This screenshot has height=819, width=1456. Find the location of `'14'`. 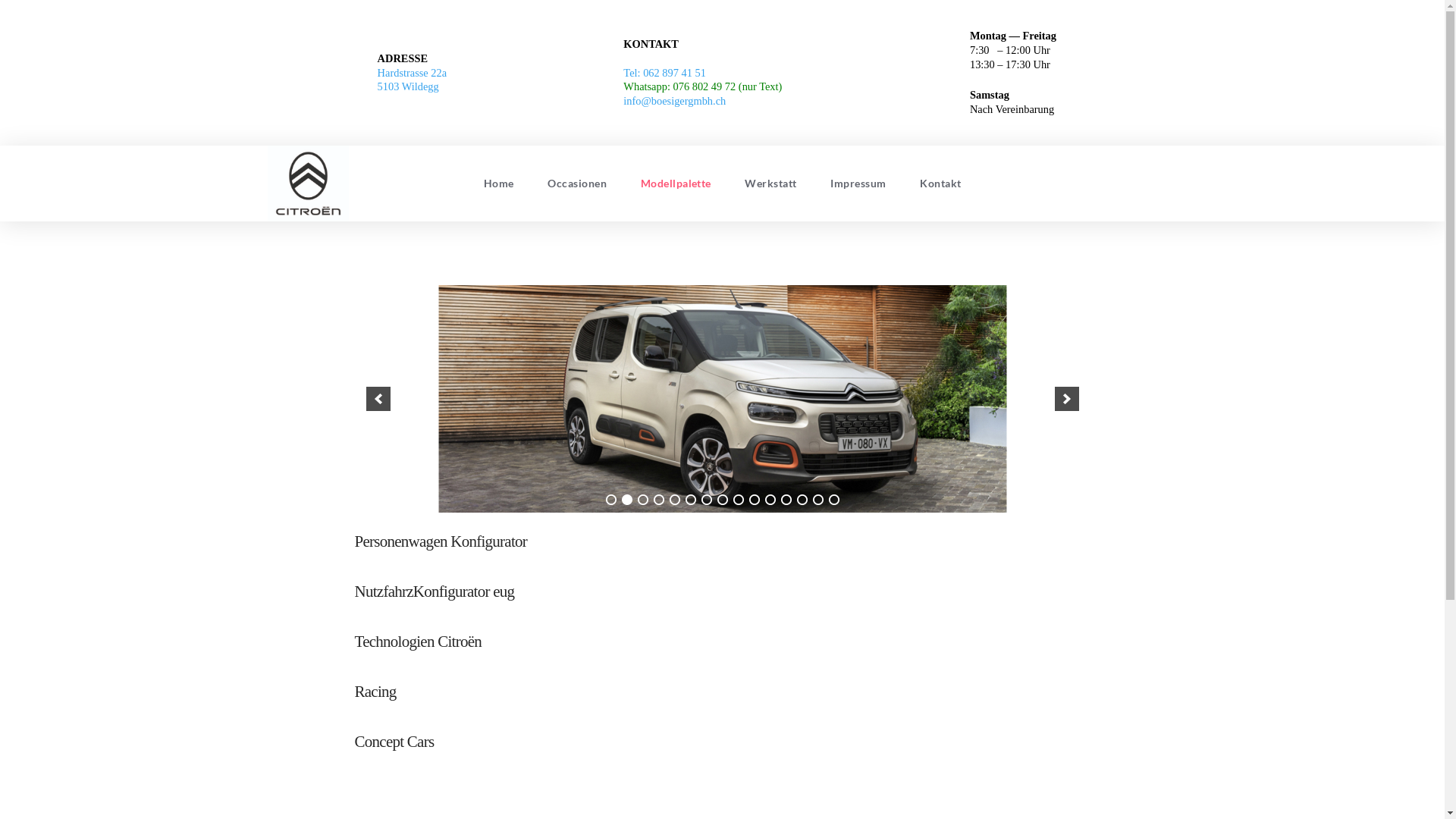

'14' is located at coordinates (811, 500).